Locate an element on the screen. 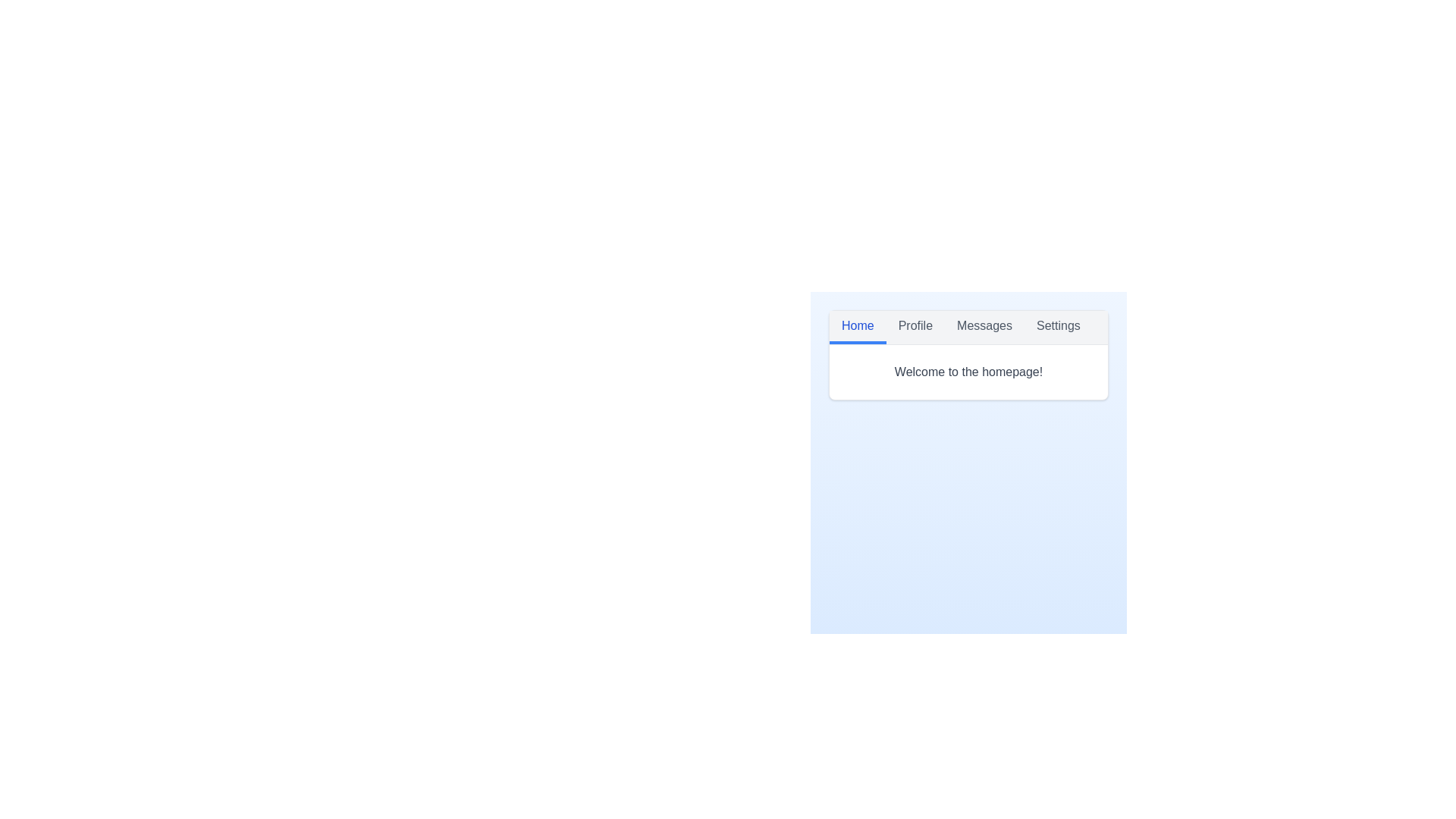  the Menu or Navigation Bar located at the top center of the application is located at coordinates (968, 327).